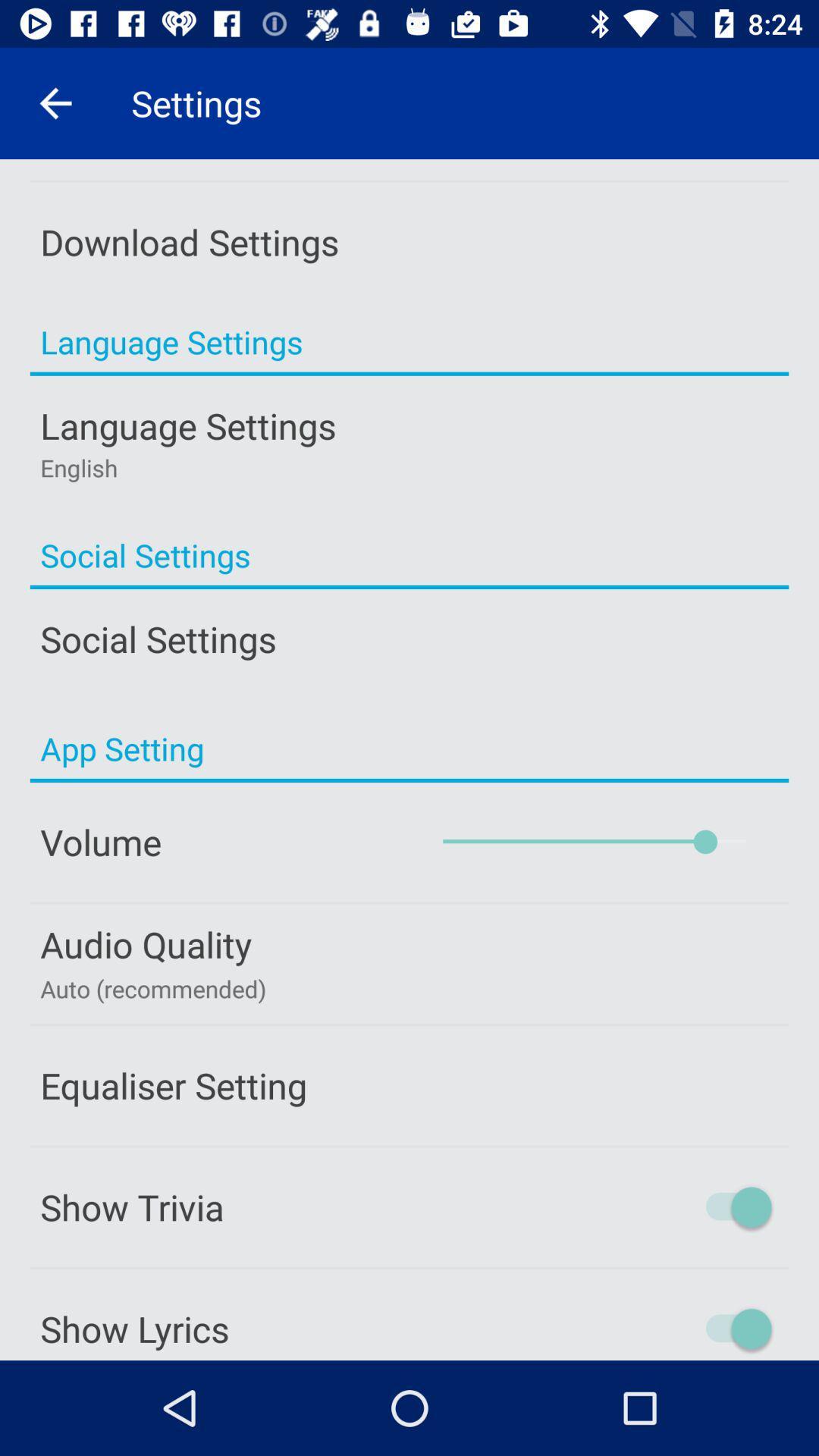 This screenshot has height=1456, width=819. Describe the element at coordinates (409, 963) in the screenshot. I see `the button which is above the equaliser setting` at that location.